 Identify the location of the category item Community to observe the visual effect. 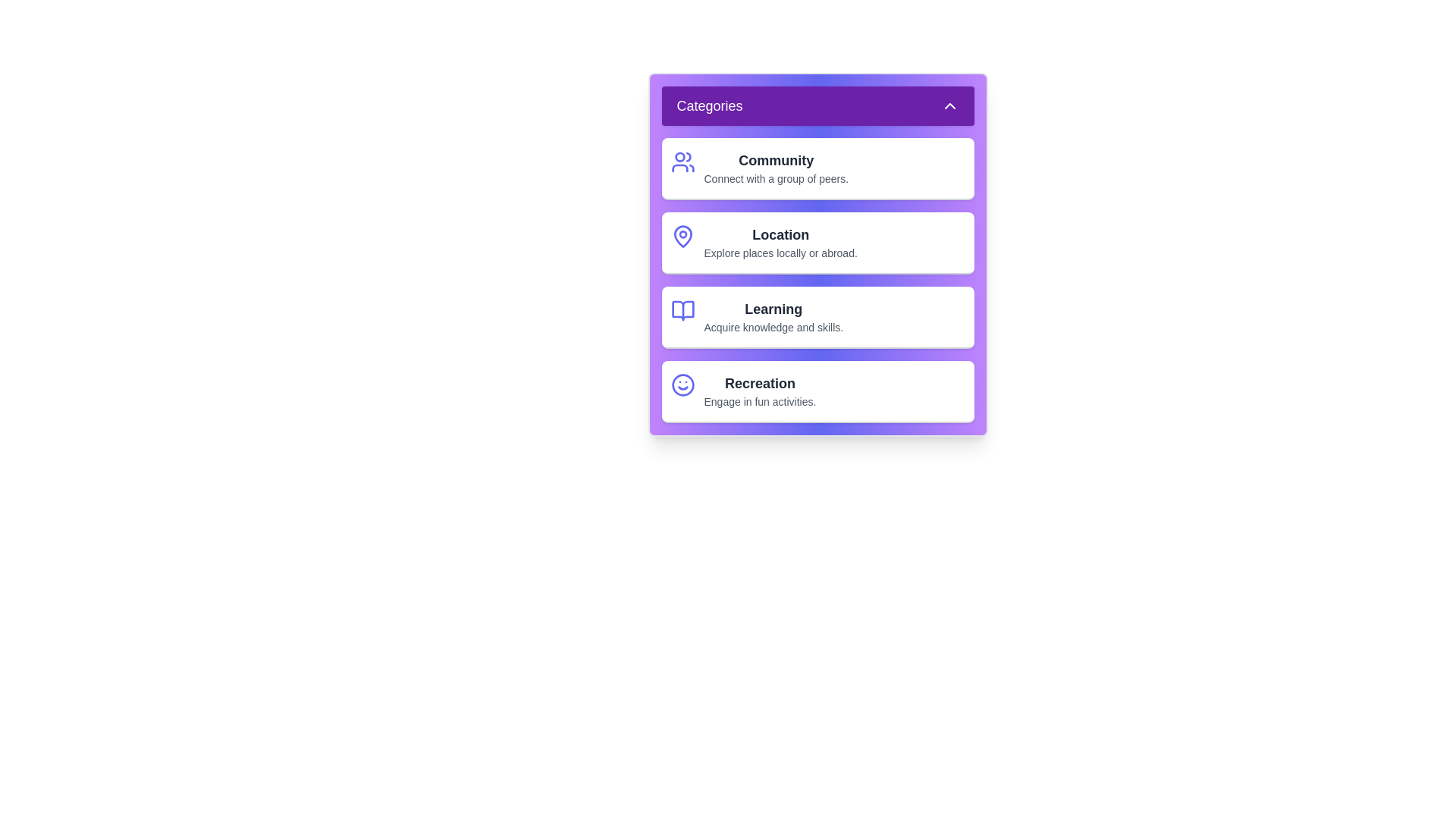
(817, 169).